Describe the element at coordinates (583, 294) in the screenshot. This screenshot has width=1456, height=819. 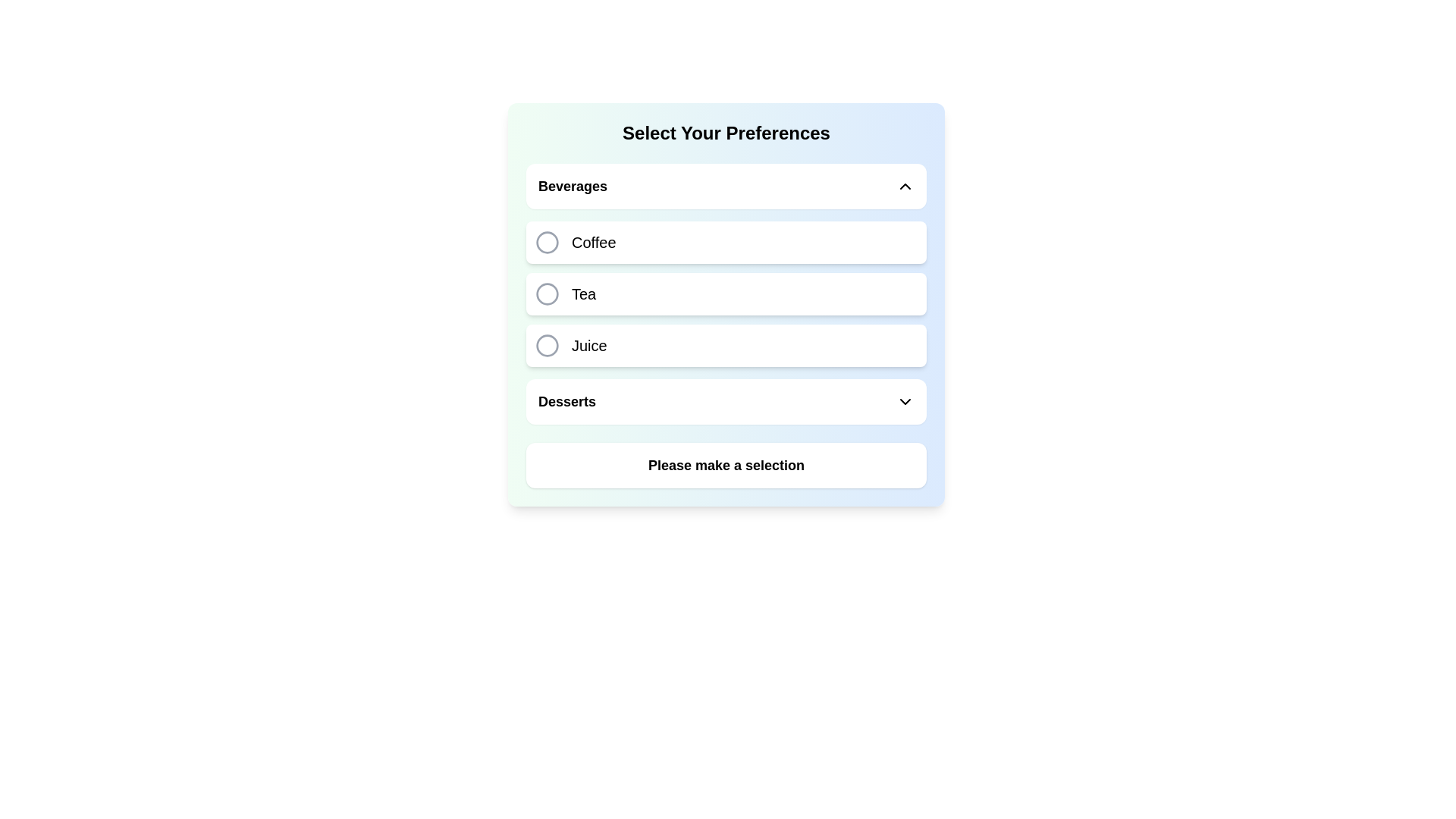
I see `the text label for 'Tea' which is positioned in the selection option row under the category 'Beverages'` at that location.